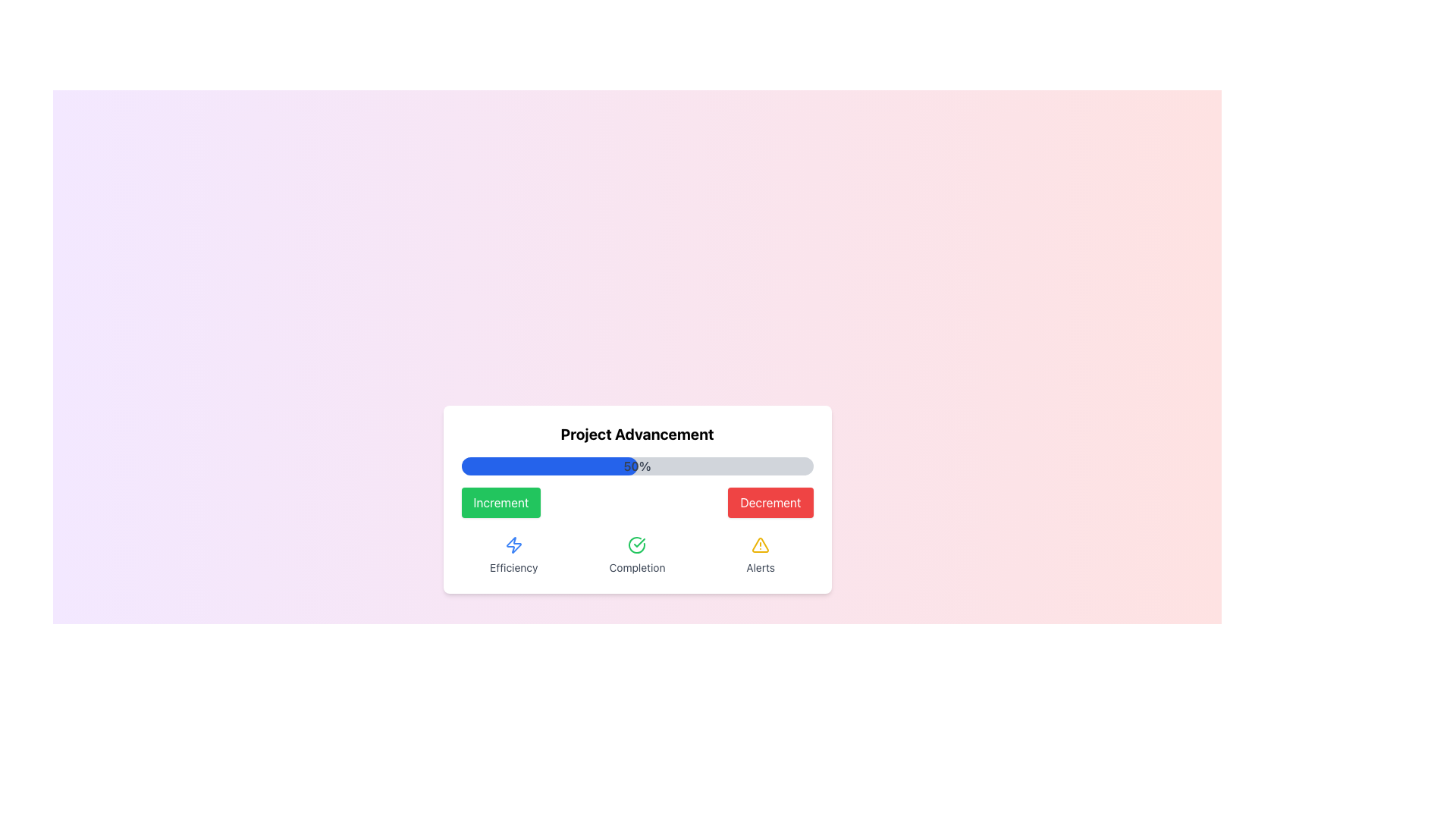 This screenshot has height=819, width=1456. Describe the element at coordinates (640, 542) in the screenshot. I see `green confirmation icon located centrally beneath the progress bar, indicating task completion` at that location.